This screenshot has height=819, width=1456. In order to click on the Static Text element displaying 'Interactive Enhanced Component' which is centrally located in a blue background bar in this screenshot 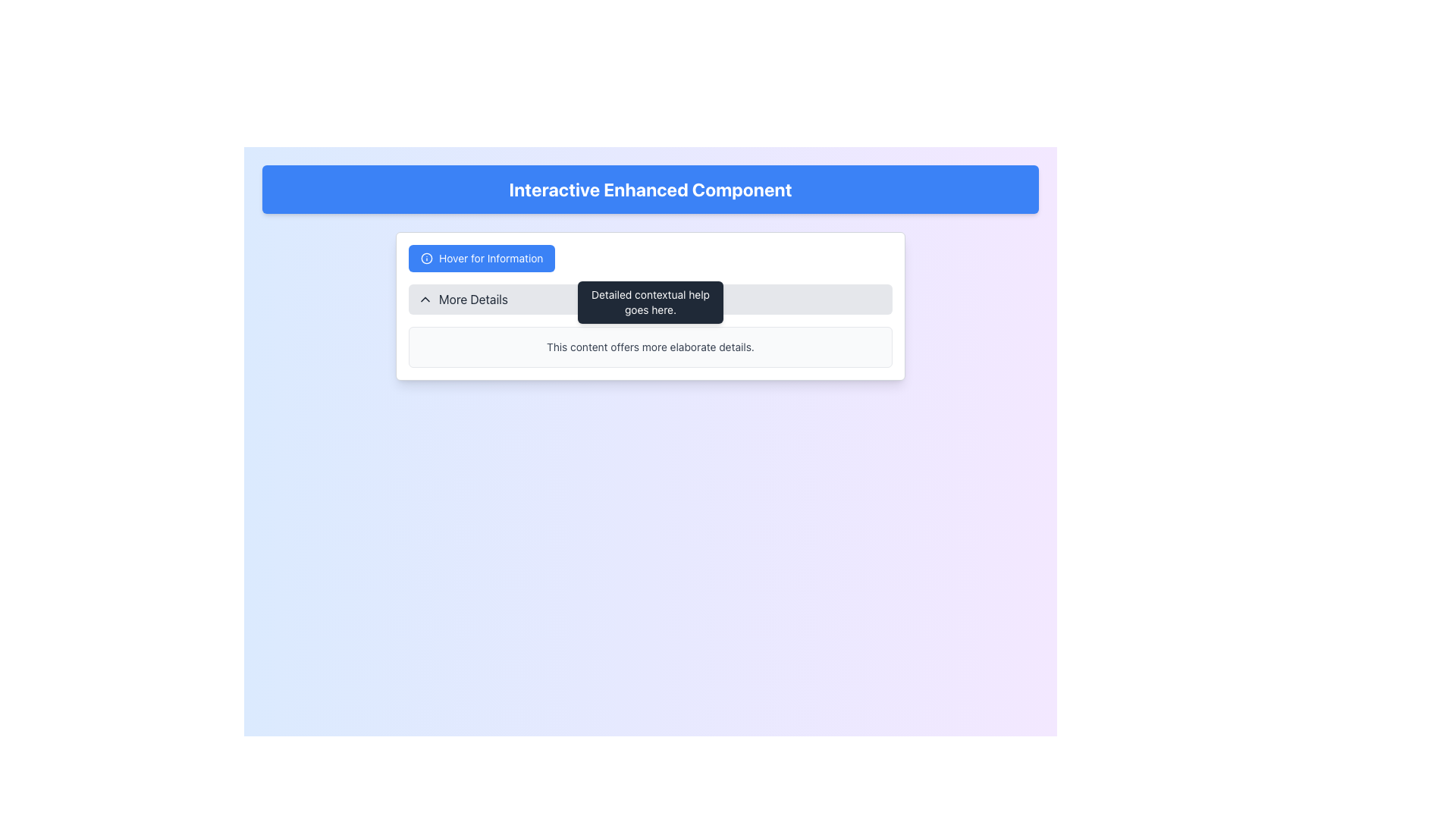, I will do `click(651, 189)`.